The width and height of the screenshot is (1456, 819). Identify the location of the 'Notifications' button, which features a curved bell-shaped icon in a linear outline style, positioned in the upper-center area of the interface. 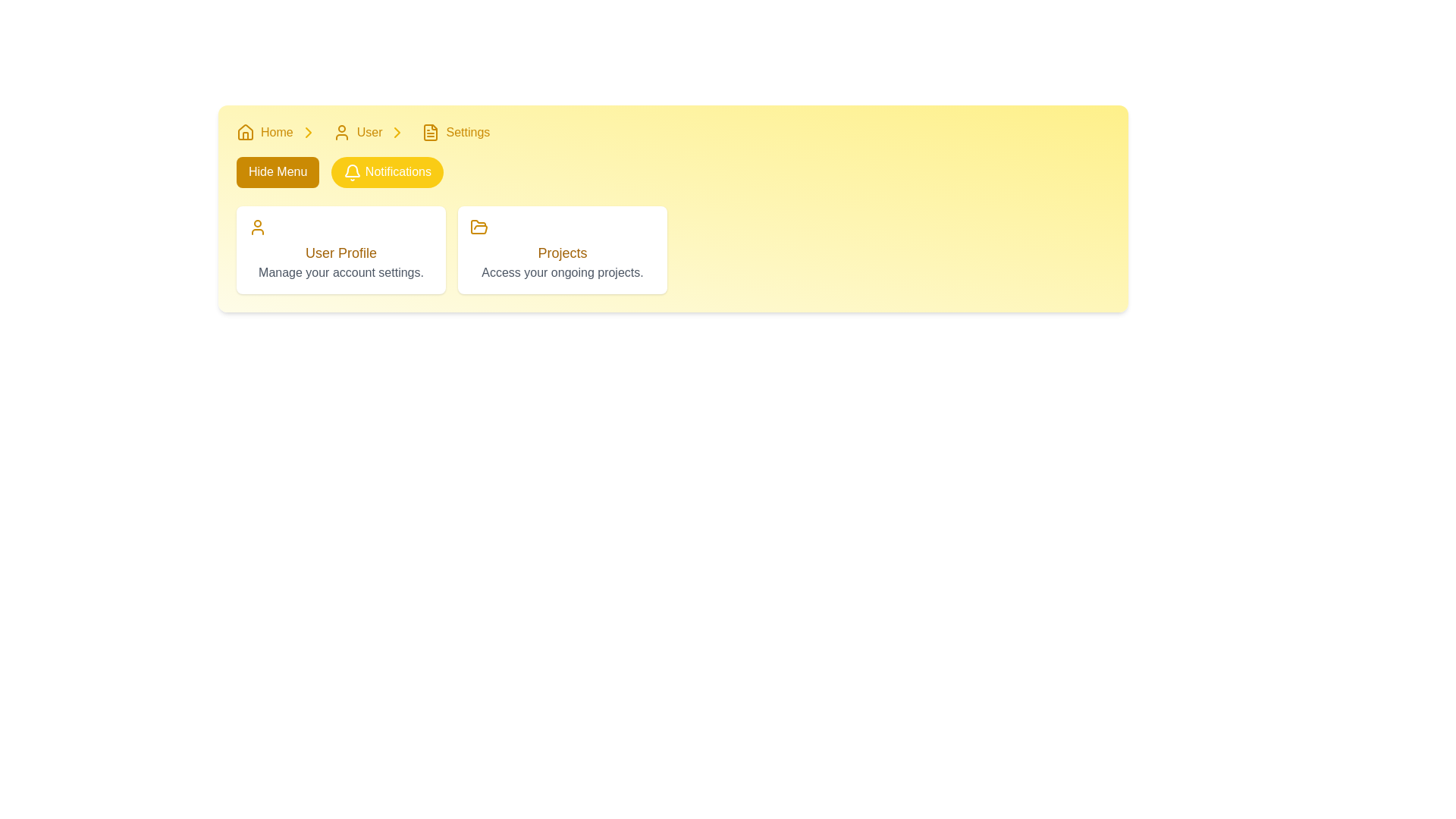
(352, 171).